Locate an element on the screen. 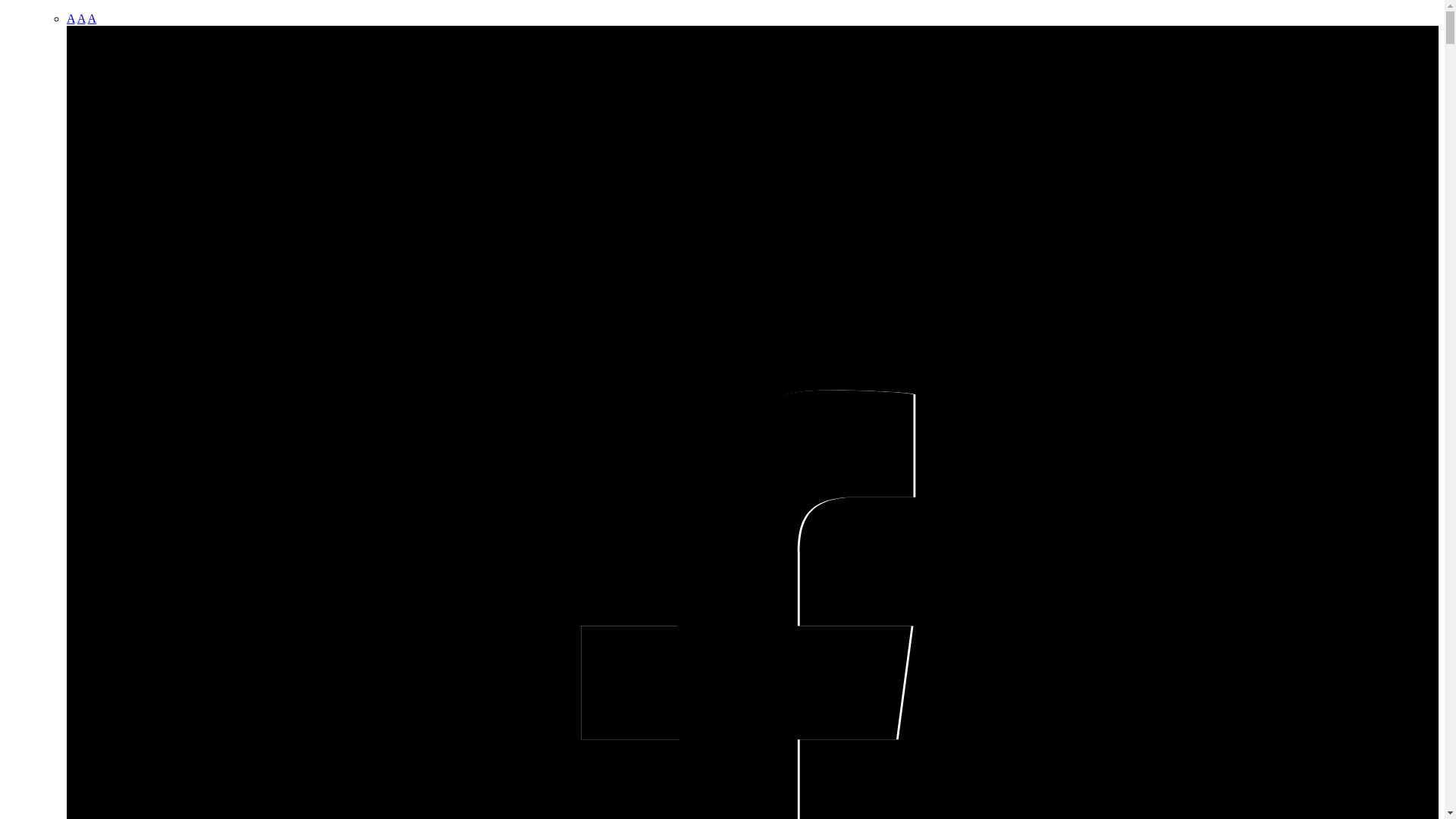  'A' is located at coordinates (86, 18).